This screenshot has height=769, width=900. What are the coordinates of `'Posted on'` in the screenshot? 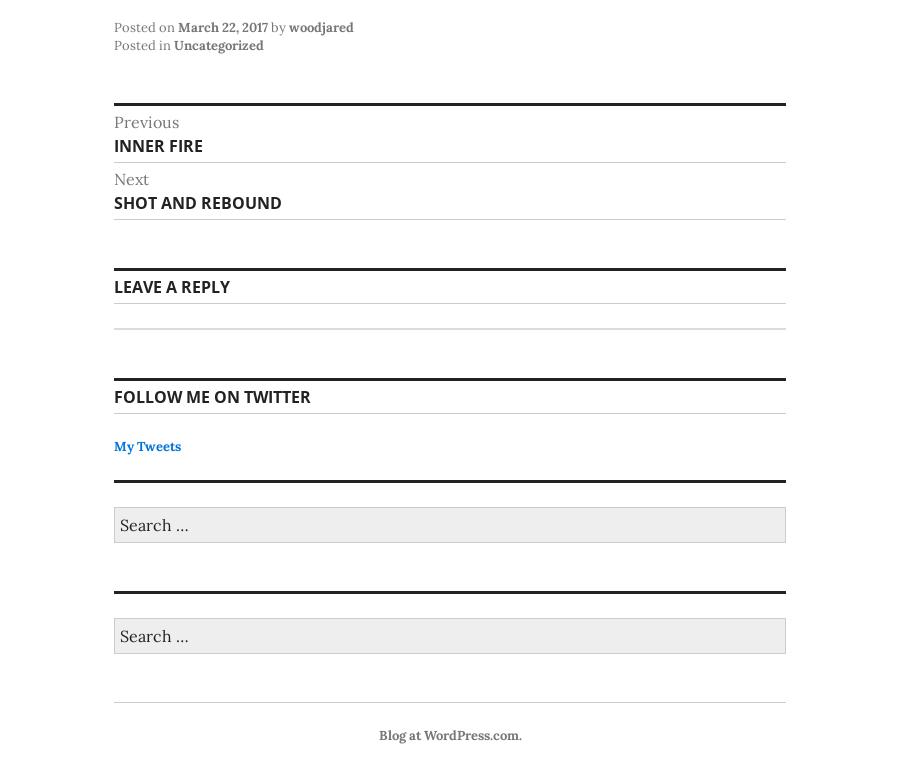 It's located at (145, 26).